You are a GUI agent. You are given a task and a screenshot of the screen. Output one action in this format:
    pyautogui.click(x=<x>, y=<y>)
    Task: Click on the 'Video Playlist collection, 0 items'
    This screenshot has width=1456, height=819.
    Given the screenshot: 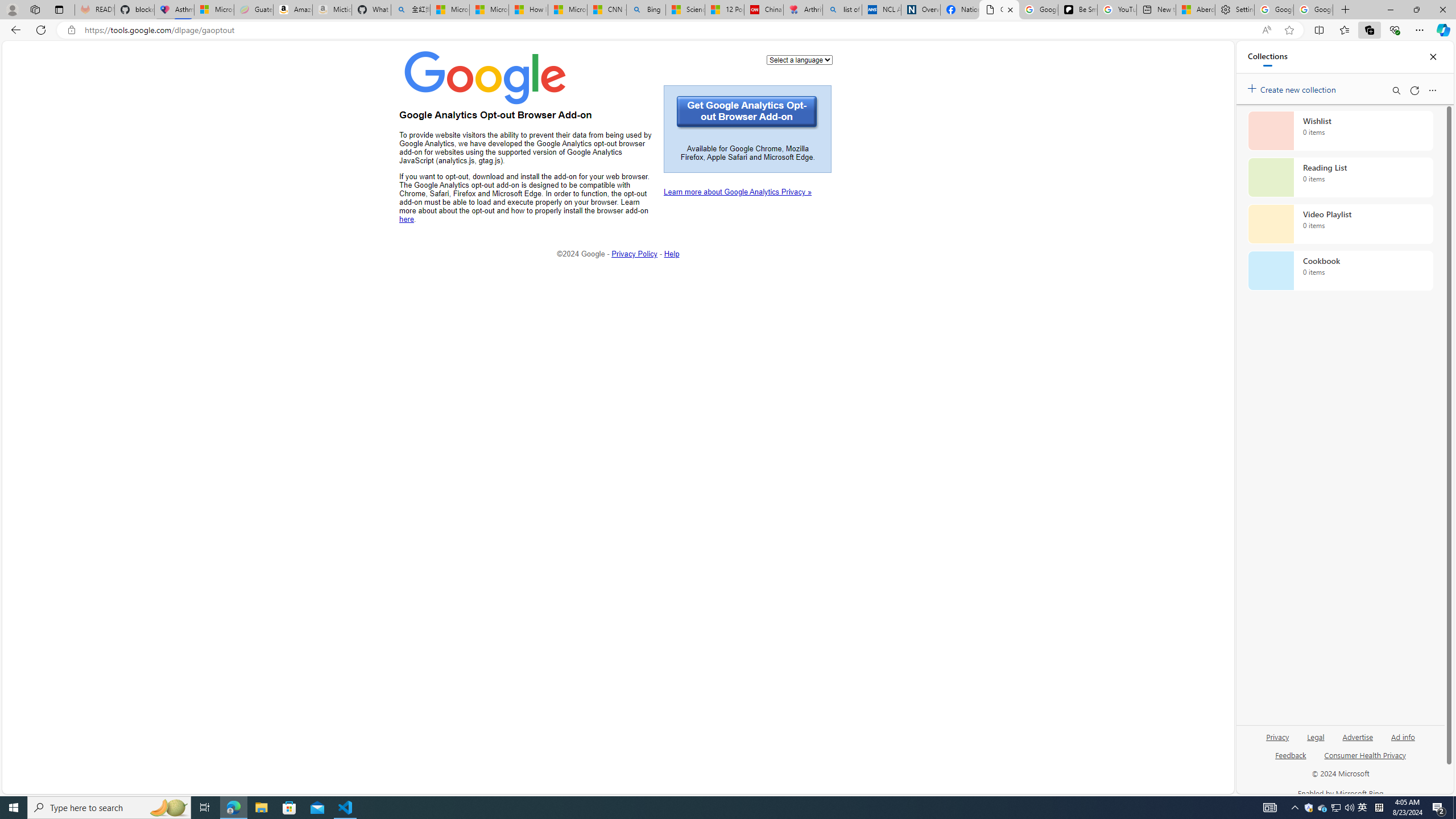 What is the action you would take?
    pyautogui.click(x=1340, y=223)
    